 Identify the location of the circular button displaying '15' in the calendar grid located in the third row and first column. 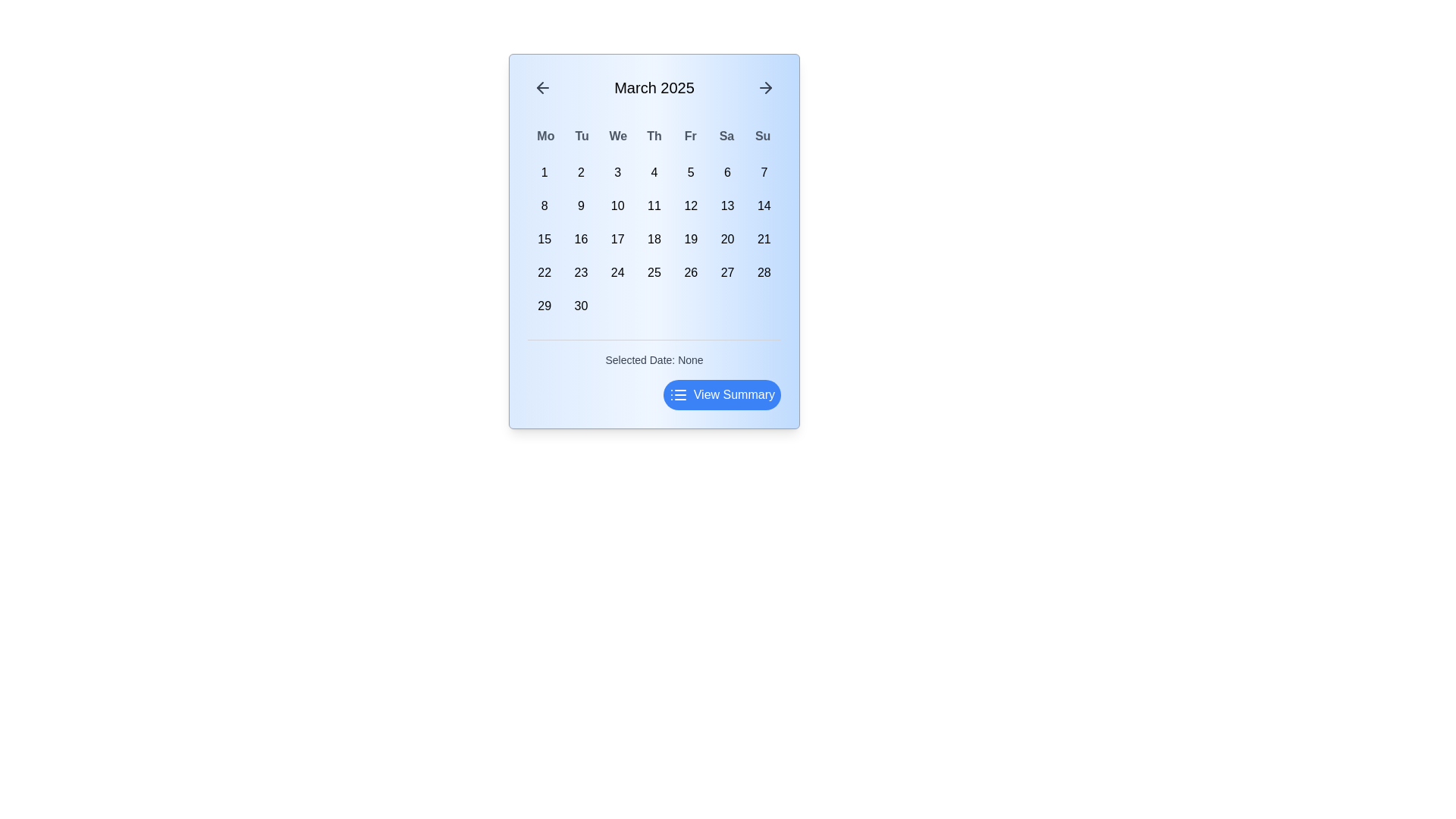
(544, 239).